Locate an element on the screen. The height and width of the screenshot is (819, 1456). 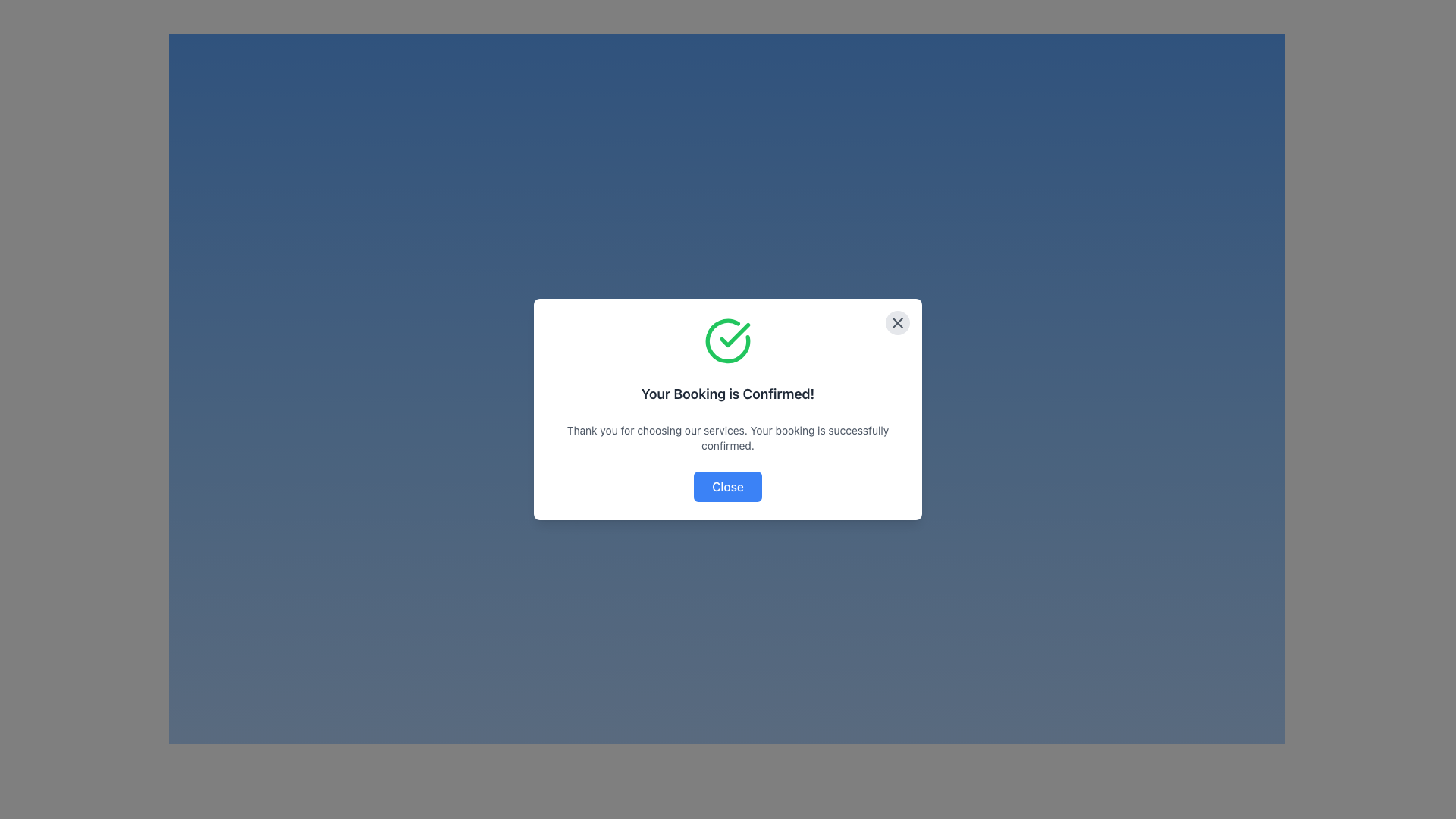
the 'Close' button at the bottom-center of the modal dialog is located at coordinates (728, 486).